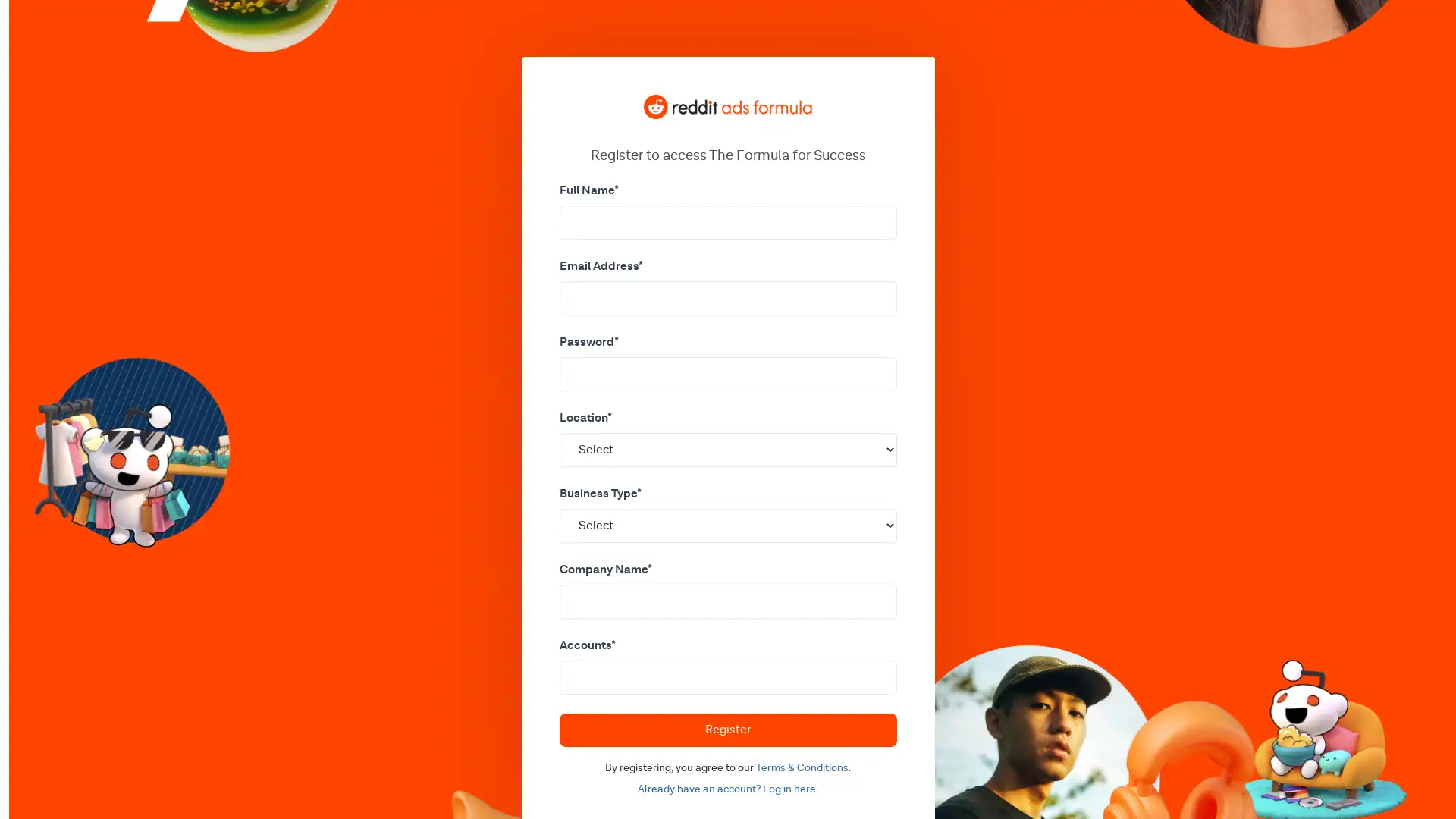  What do you see at coordinates (726, 728) in the screenshot?
I see `Register` at bounding box center [726, 728].